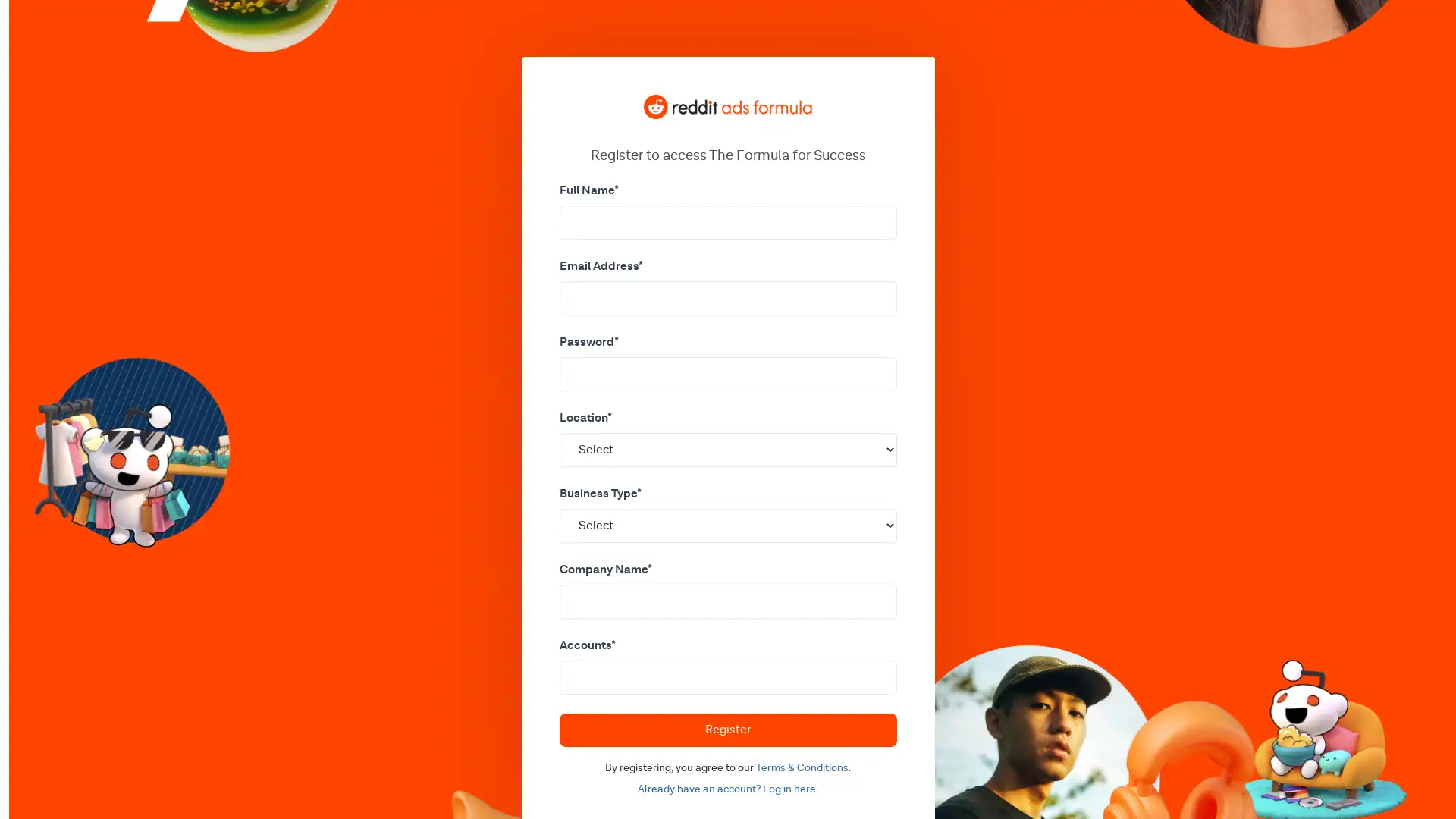  What do you see at coordinates (726, 728) in the screenshot?
I see `Register` at bounding box center [726, 728].